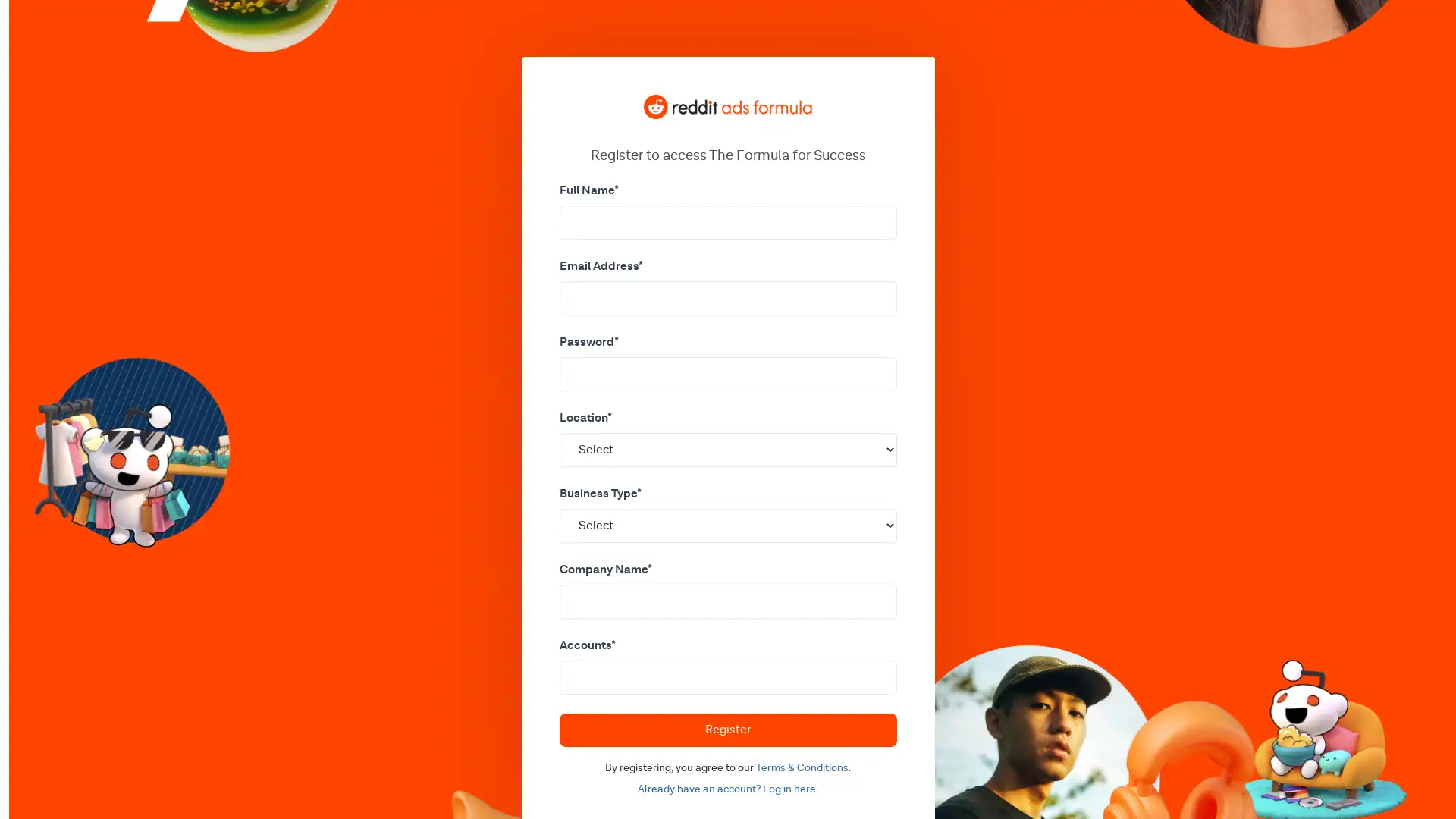  What do you see at coordinates (726, 728) in the screenshot?
I see `Register` at bounding box center [726, 728].